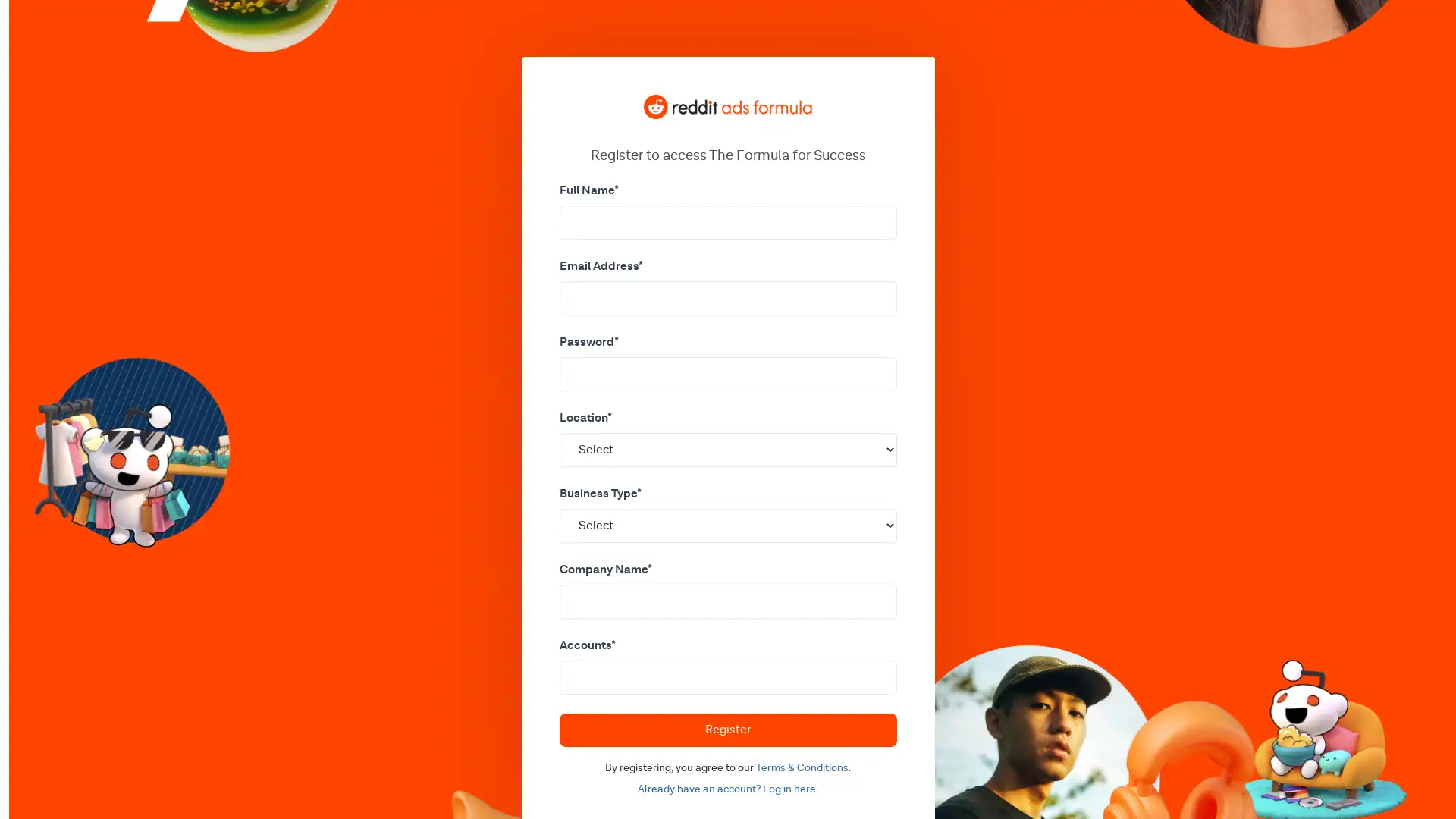  What do you see at coordinates (726, 728) in the screenshot?
I see `Register` at bounding box center [726, 728].